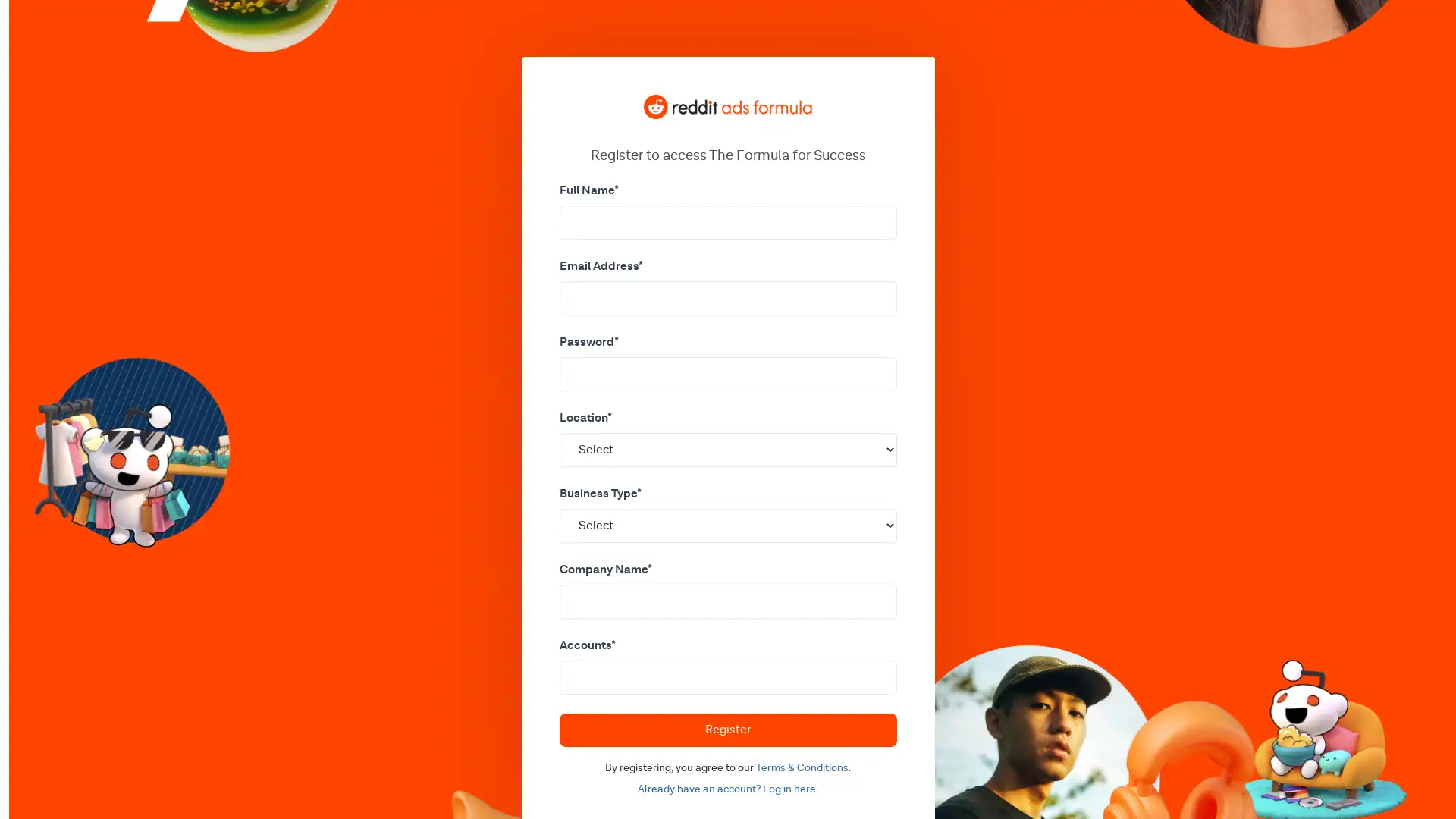  What do you see at coordinates (726, 728) in the screenshot?
I see `Register` at bounding box center [726, 728].